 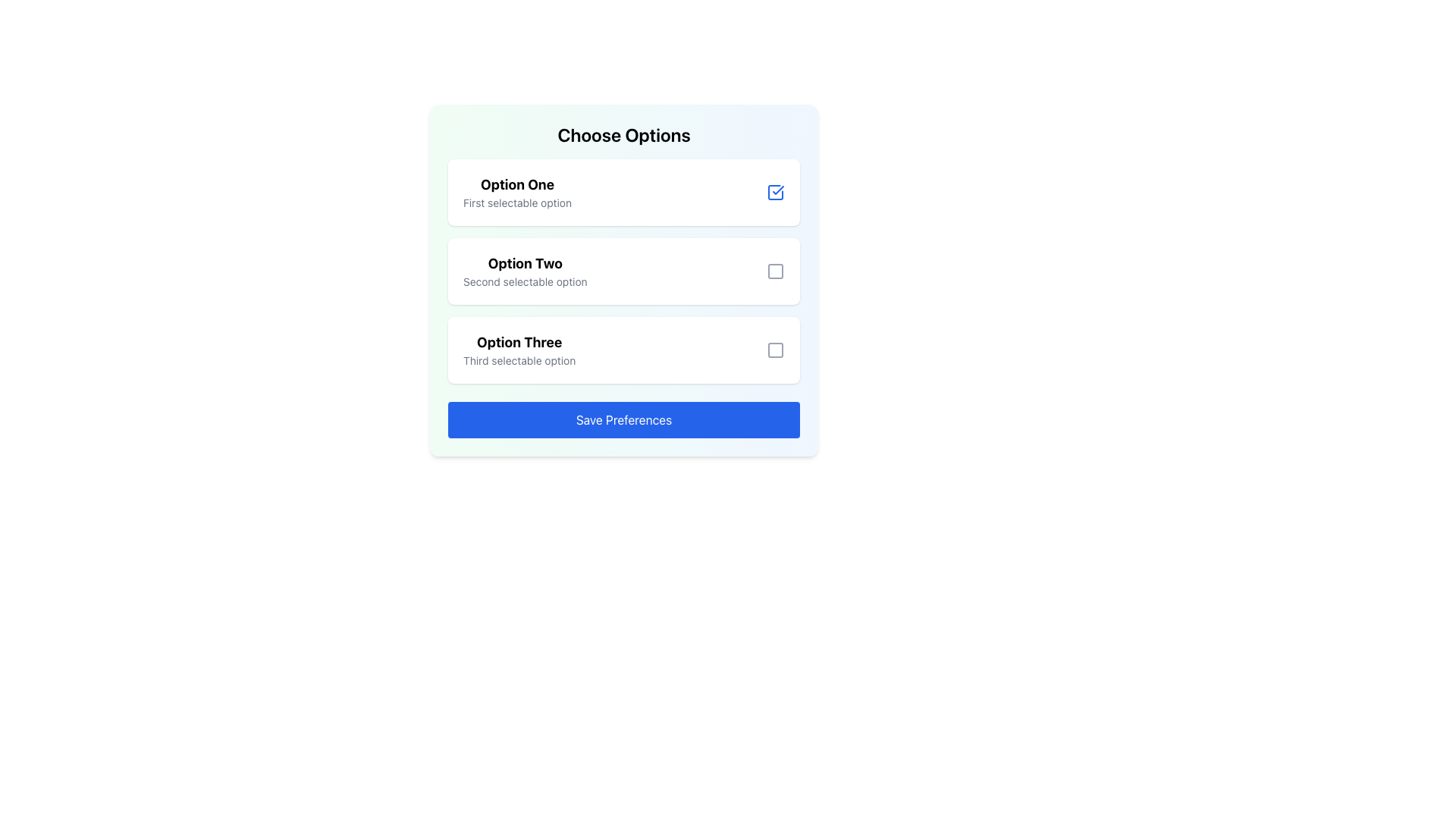 What do you see at coordinates (525, 271) in the screenshot?
I see `the second option in the list, which is identified by its text description and the presence of a checkbox to its right` at bounding box center [525, 271].